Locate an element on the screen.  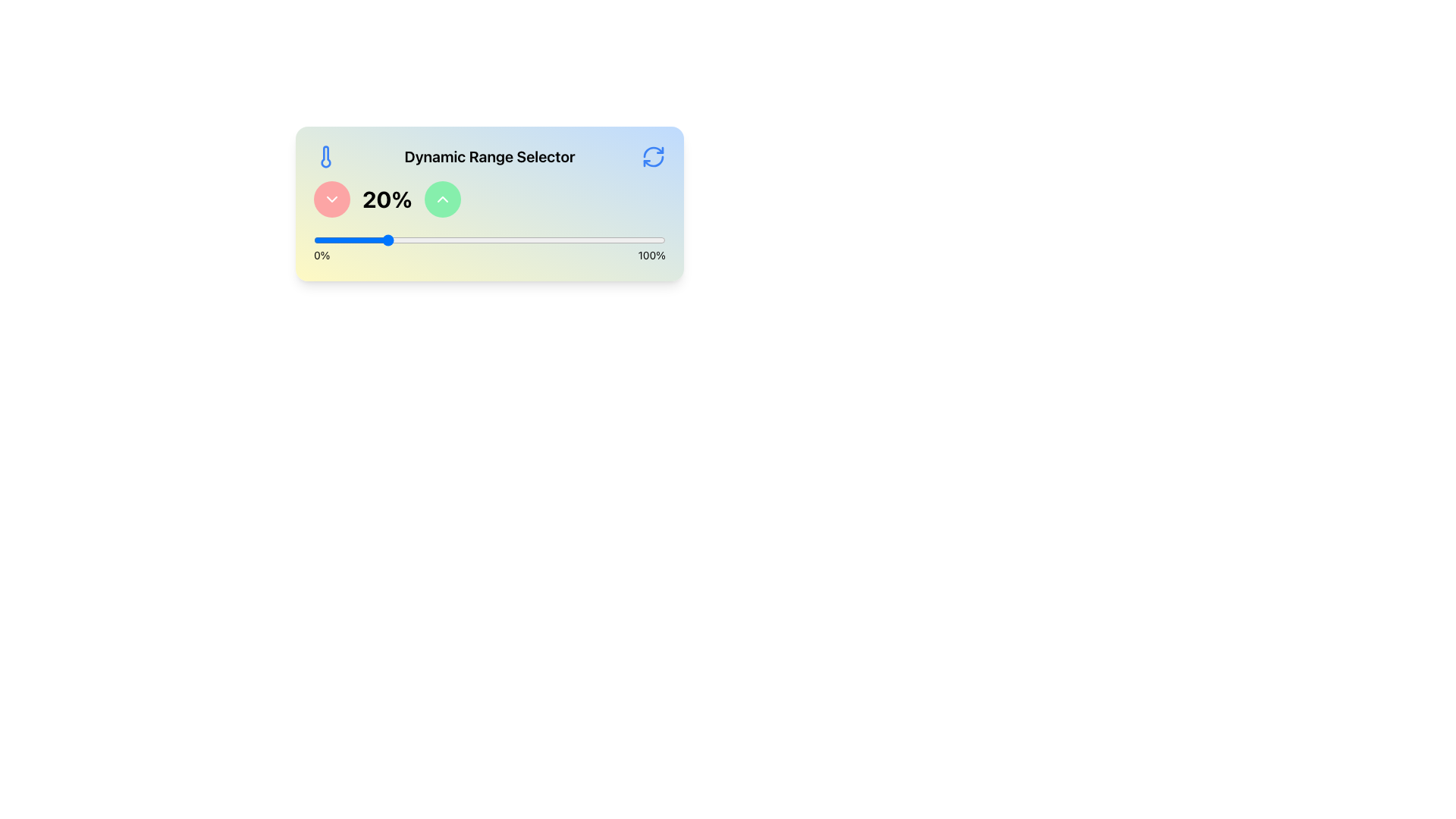
the static labels of a range slider, which display '0%' on the left and '100%' on the right, positioned directly below the slider is located at coordinates (490, 254).